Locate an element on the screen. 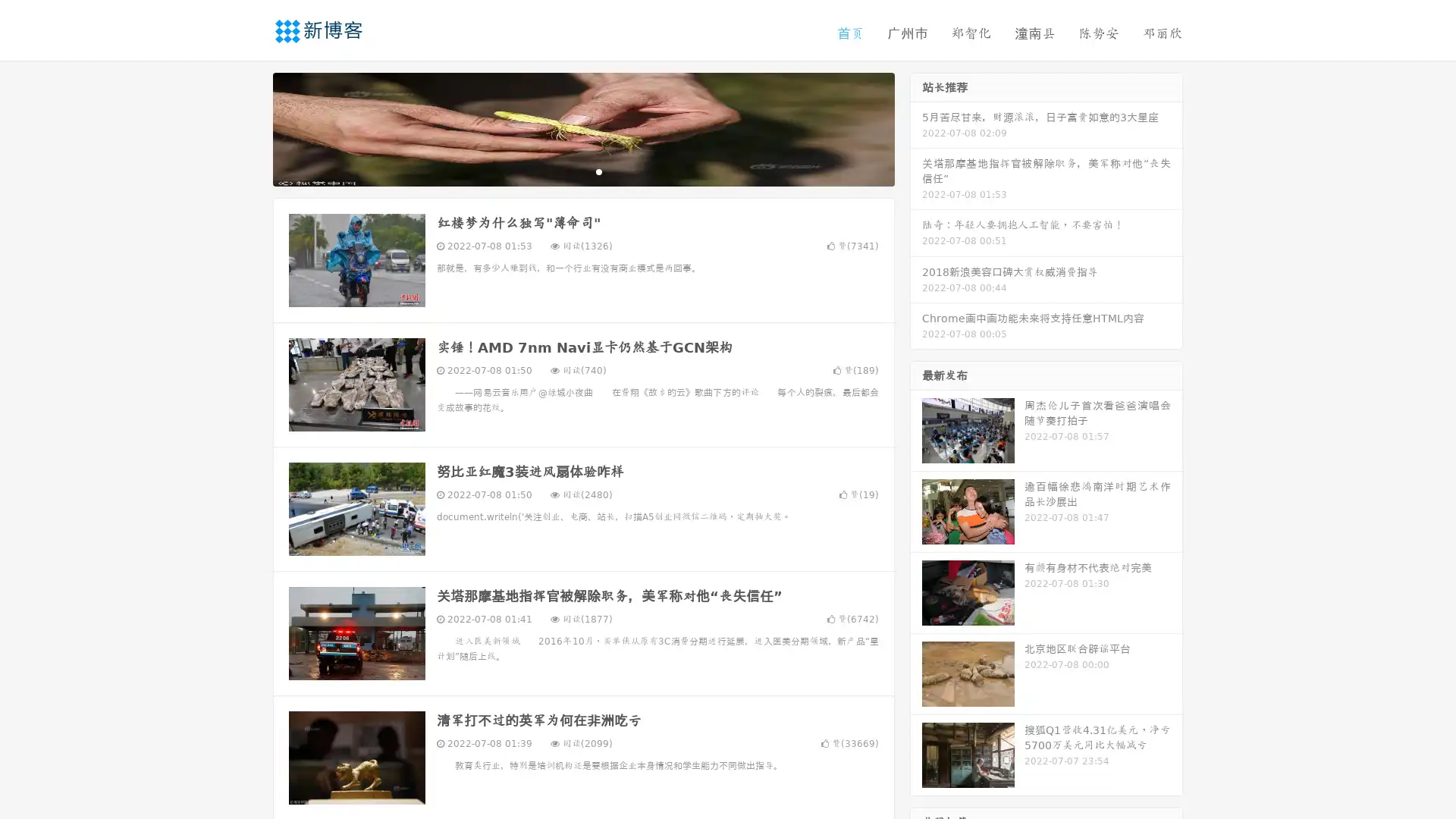  Previous slide is located at coordinates (250, 127).